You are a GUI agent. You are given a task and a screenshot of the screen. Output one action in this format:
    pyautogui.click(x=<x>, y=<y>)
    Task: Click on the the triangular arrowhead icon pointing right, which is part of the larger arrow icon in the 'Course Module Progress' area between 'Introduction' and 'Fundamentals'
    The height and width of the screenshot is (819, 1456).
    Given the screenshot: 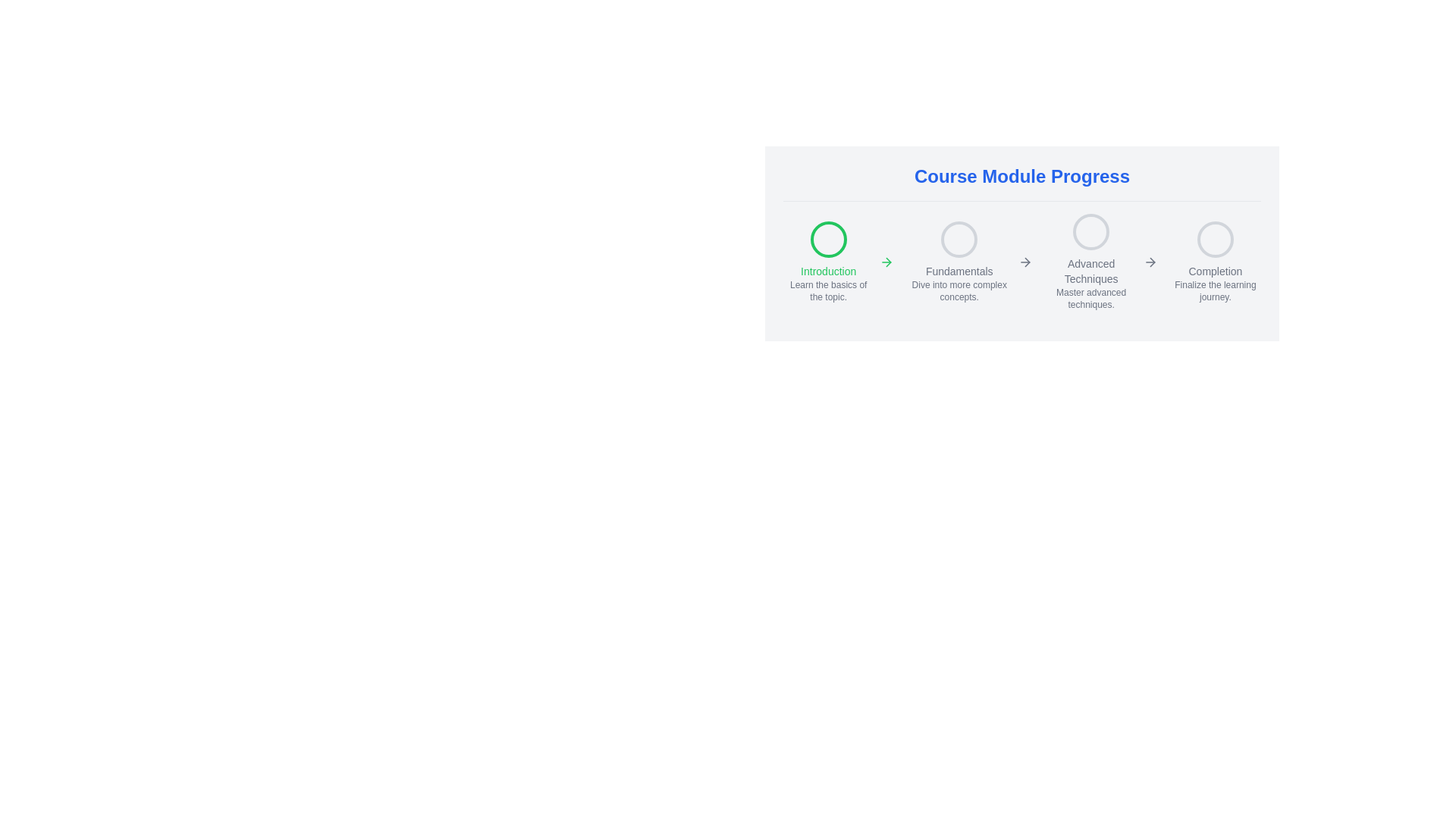 What is the action you would take?
    pyautogui.click(x=1028, y=262)
    